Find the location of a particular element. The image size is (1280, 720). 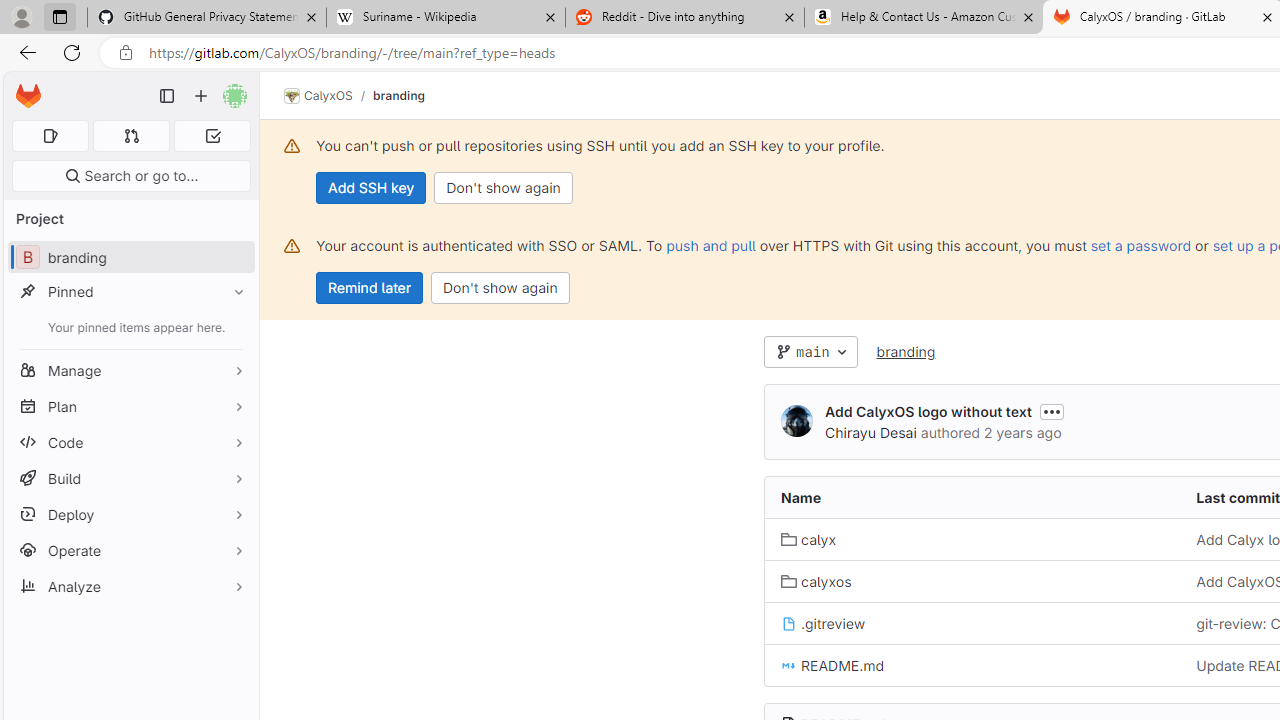

'Build' is located at coordinates (130, 478).